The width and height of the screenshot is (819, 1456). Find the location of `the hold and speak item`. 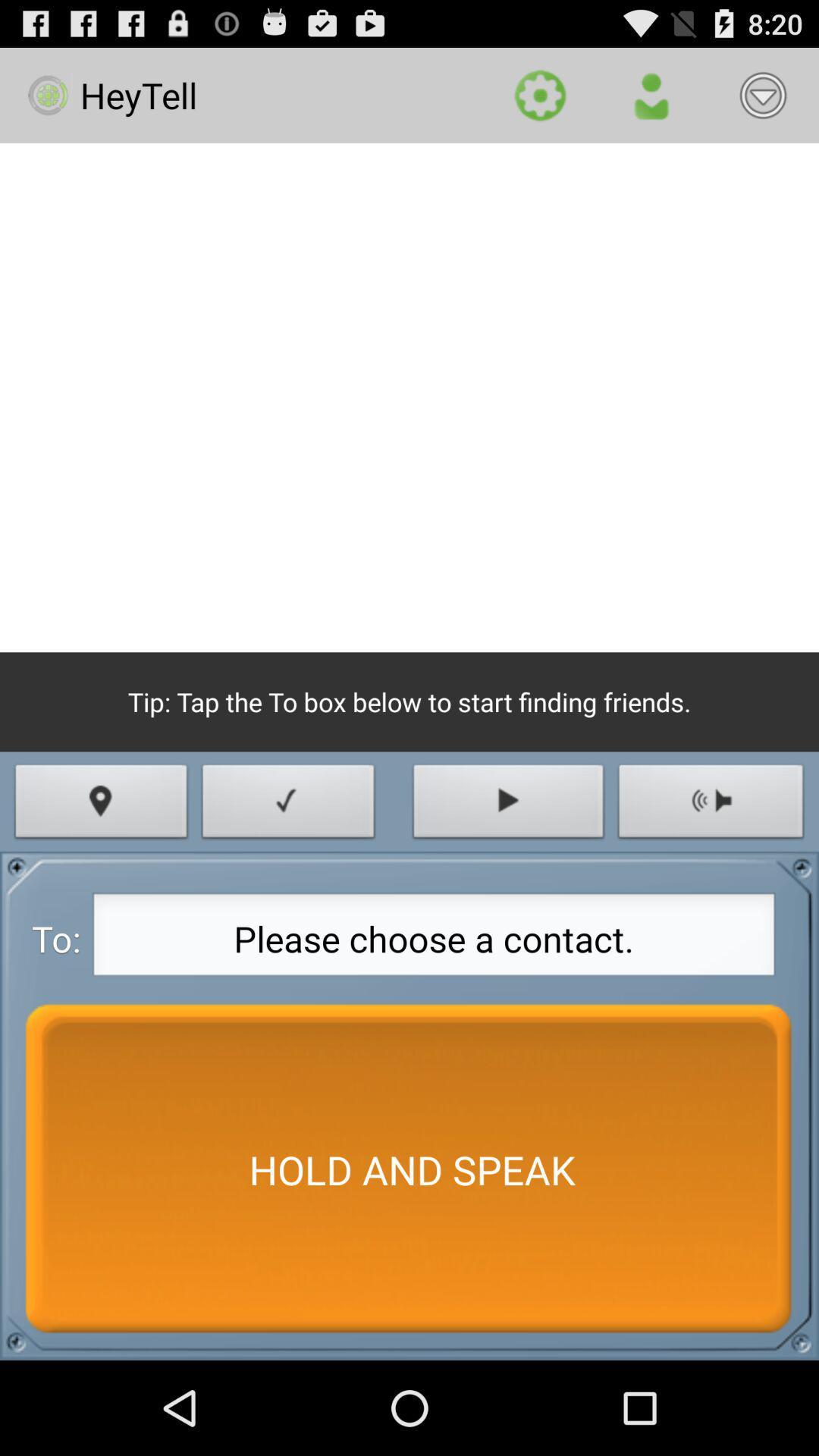

the hold and speak item is located at coordinates (409, 1169).